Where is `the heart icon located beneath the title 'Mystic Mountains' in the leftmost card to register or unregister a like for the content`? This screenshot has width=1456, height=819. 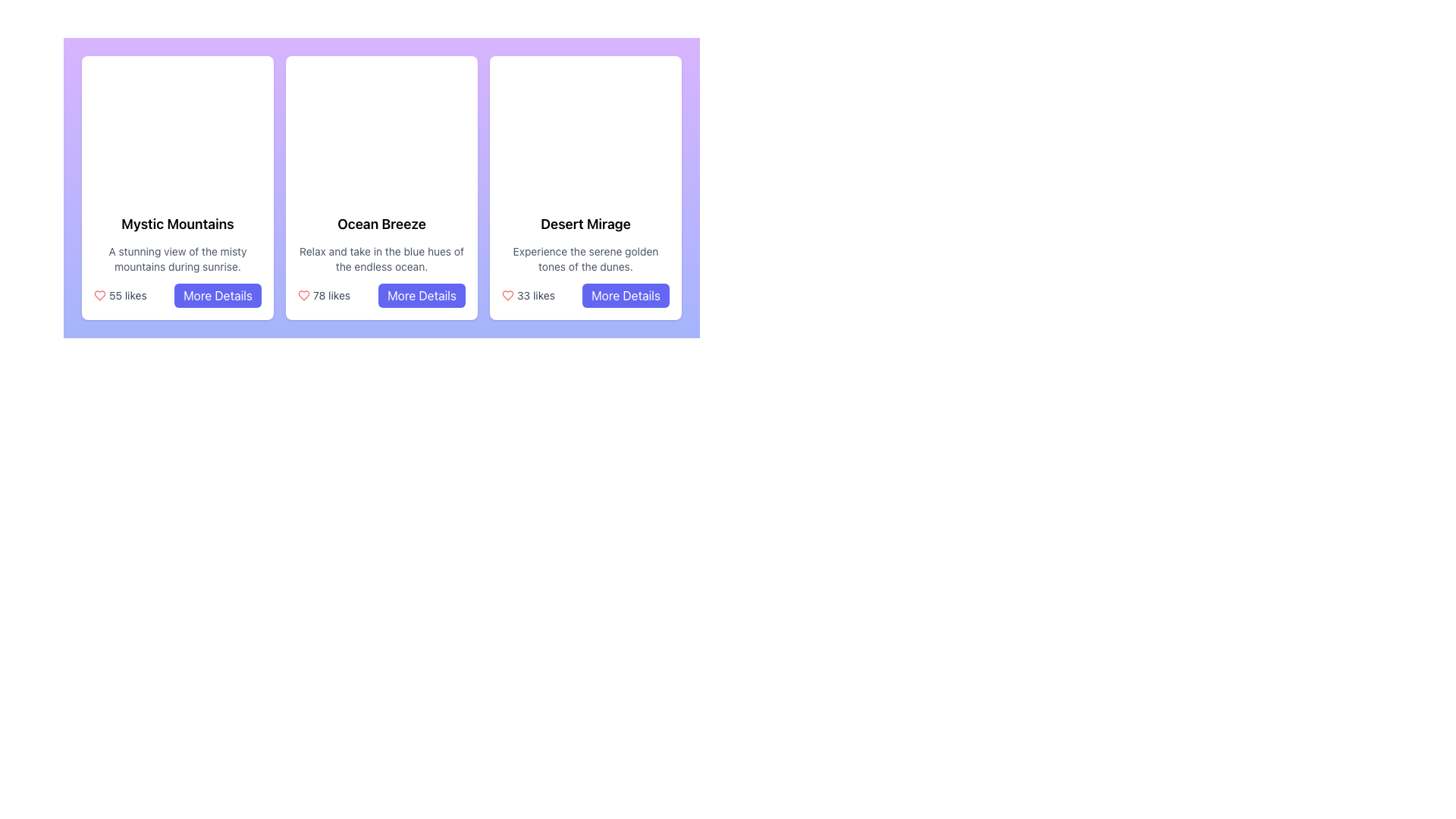 the heart icon located beneath the title 'Mystic Mountains' in the leftmost card to register or unregister a like for the content is located at coordinates (119, 295).